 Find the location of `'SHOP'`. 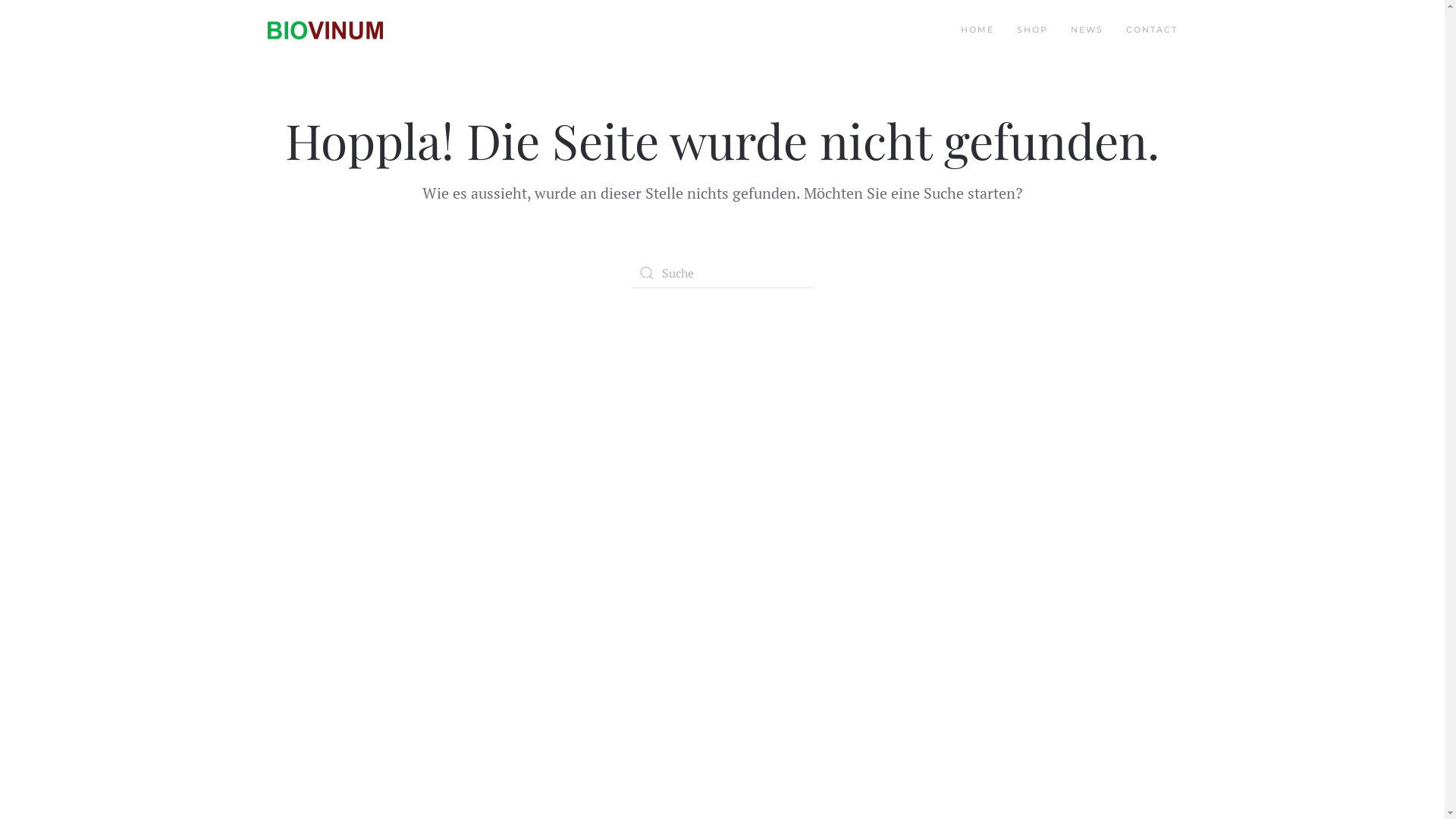

'SHOP' is located at coordinates (1015, 30).